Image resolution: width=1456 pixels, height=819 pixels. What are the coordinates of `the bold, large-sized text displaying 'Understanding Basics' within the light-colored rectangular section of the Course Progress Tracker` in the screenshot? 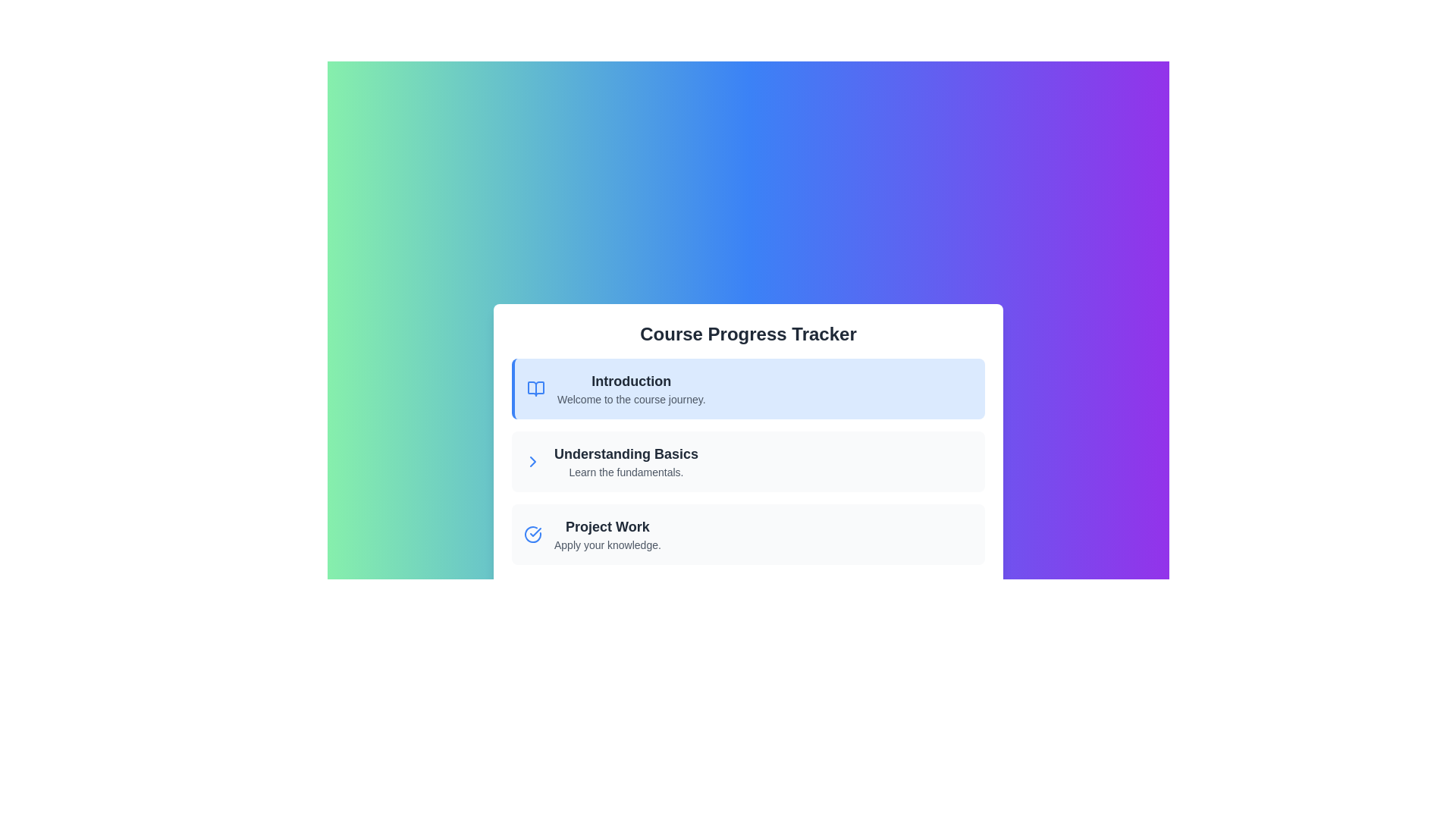 It's located at (626, 453).